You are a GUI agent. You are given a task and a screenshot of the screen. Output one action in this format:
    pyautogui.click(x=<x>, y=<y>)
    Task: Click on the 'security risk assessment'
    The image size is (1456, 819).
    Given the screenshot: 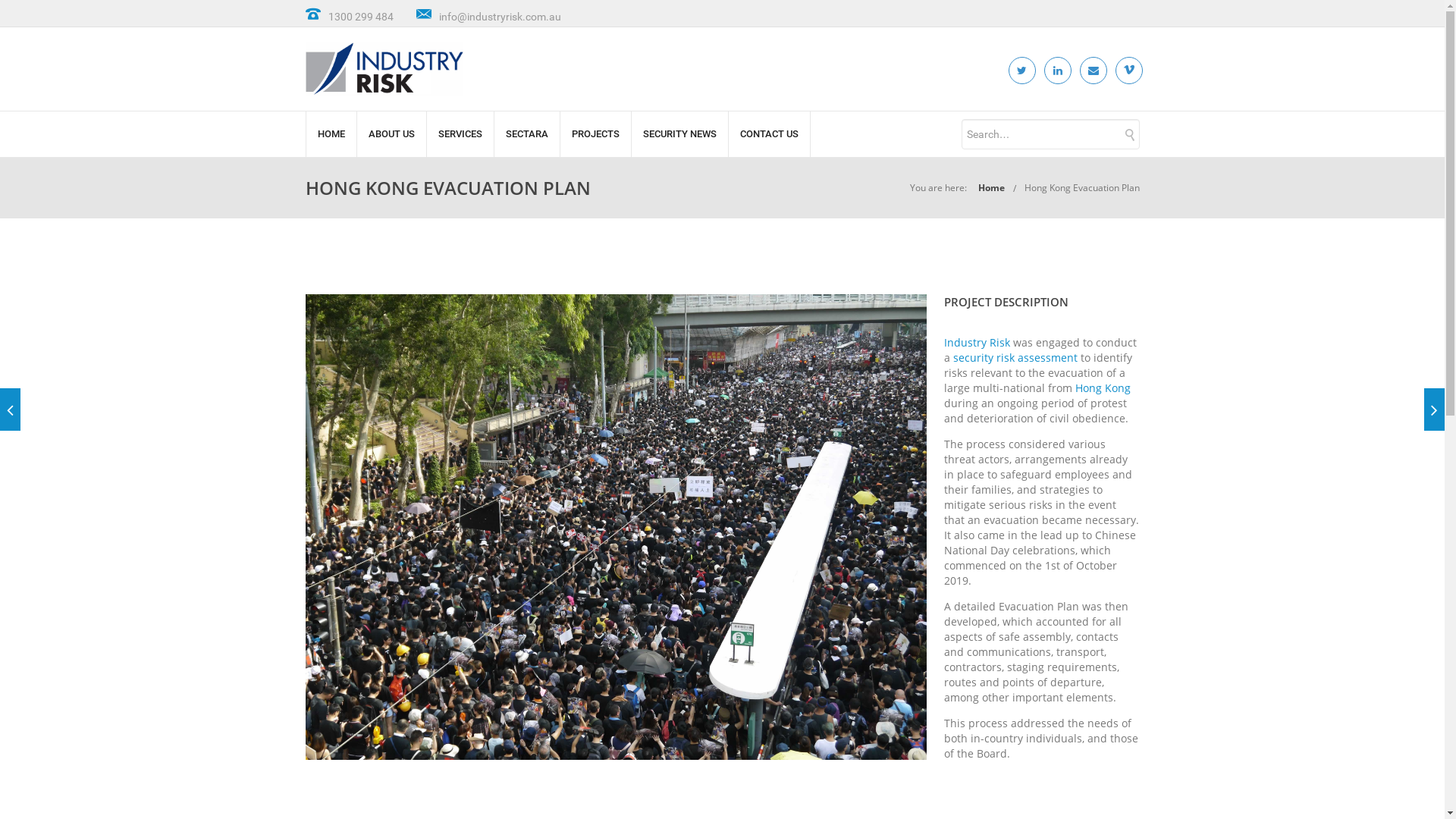 What is the action you would take?
    pyautogui.click(x=1015, y=357)
    